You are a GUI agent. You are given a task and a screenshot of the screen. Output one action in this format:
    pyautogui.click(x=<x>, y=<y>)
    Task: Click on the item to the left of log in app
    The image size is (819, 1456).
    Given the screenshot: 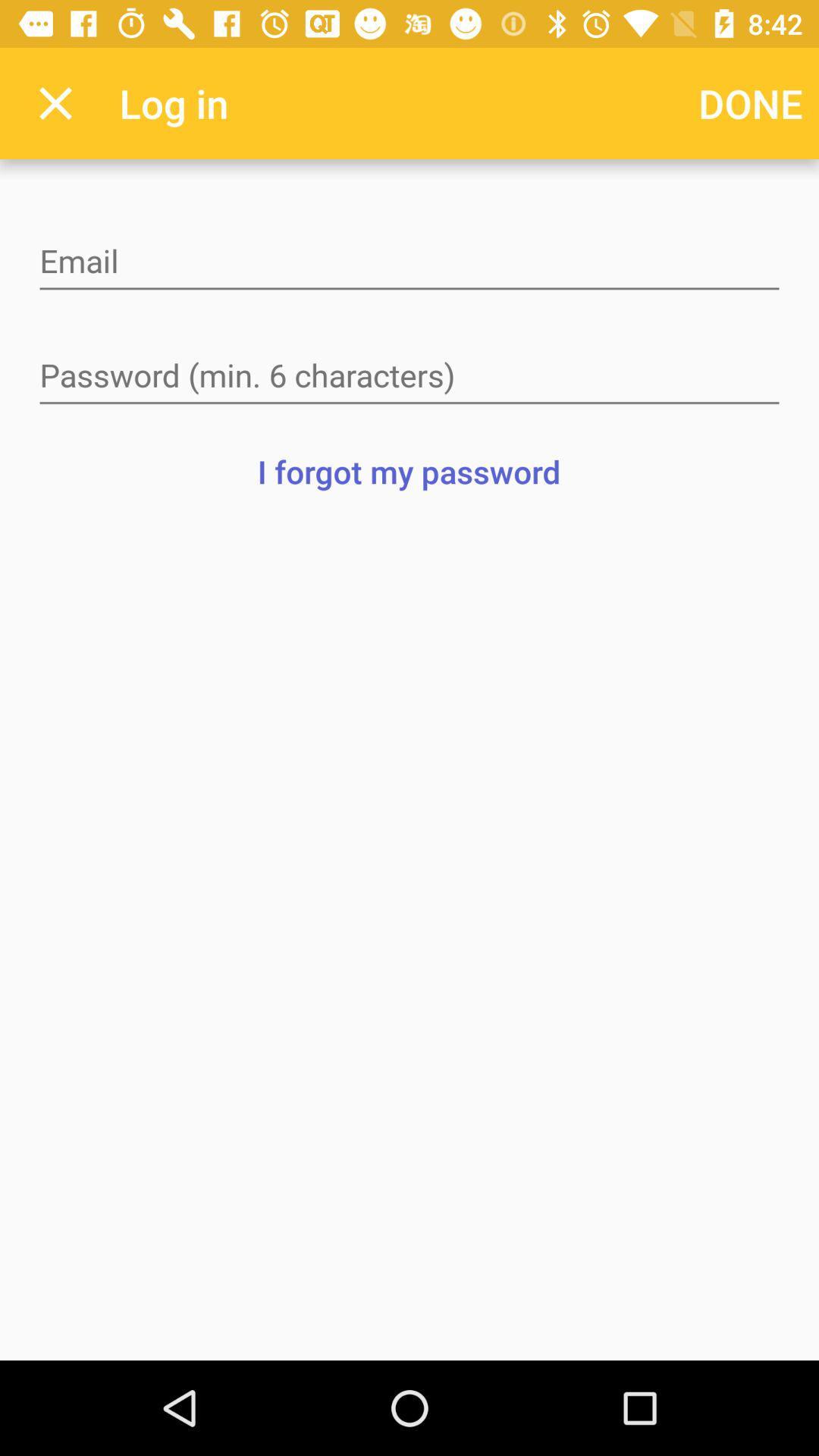 What is the action you would take?
    pyautogui.click(x=55, y=102)
    